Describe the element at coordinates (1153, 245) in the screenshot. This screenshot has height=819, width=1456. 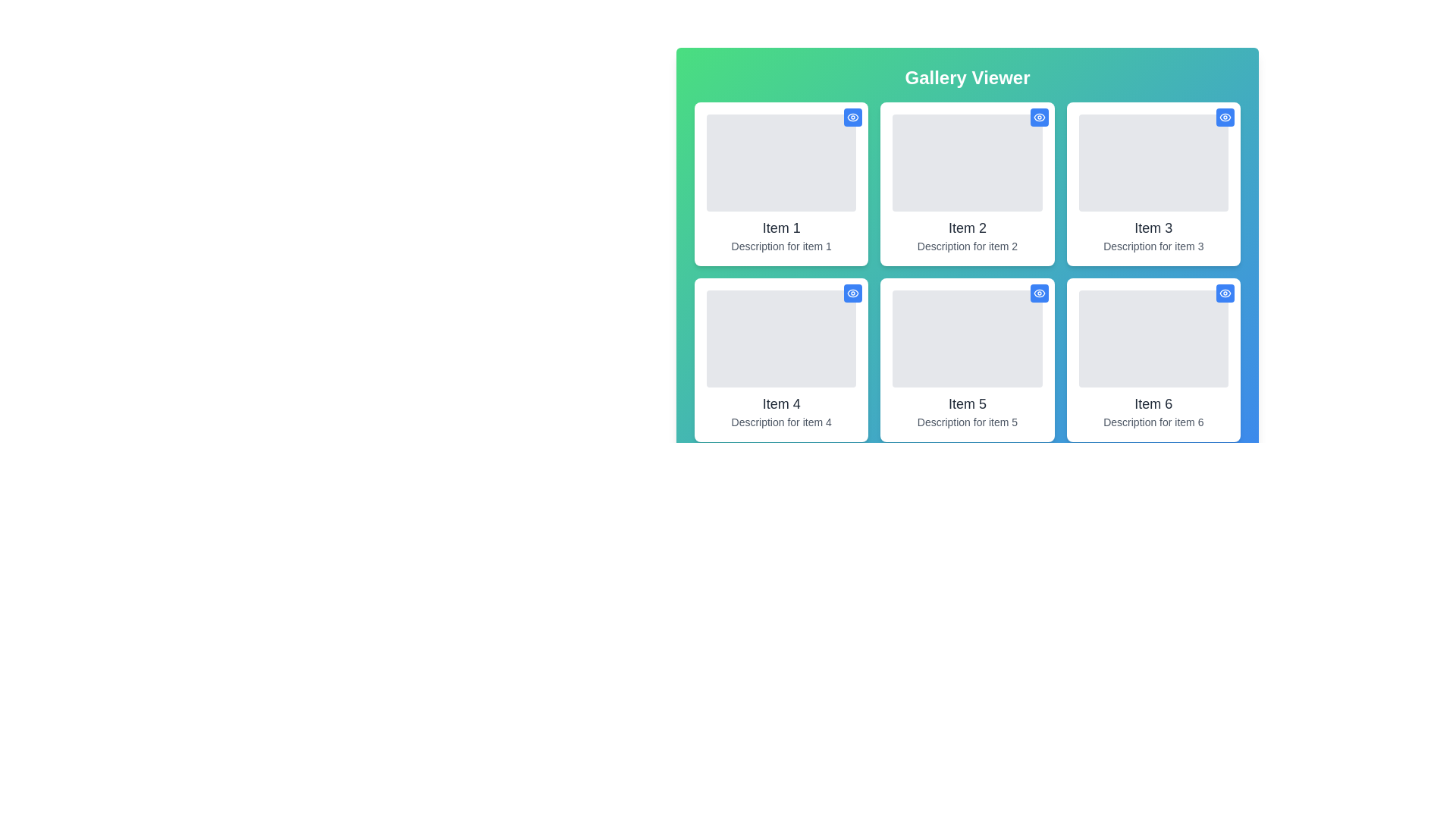
I see `the text label displaying 'Description for item 3', which is styled in gray and located beneath 'Item 3' within the third card of the grid layout` at that location.